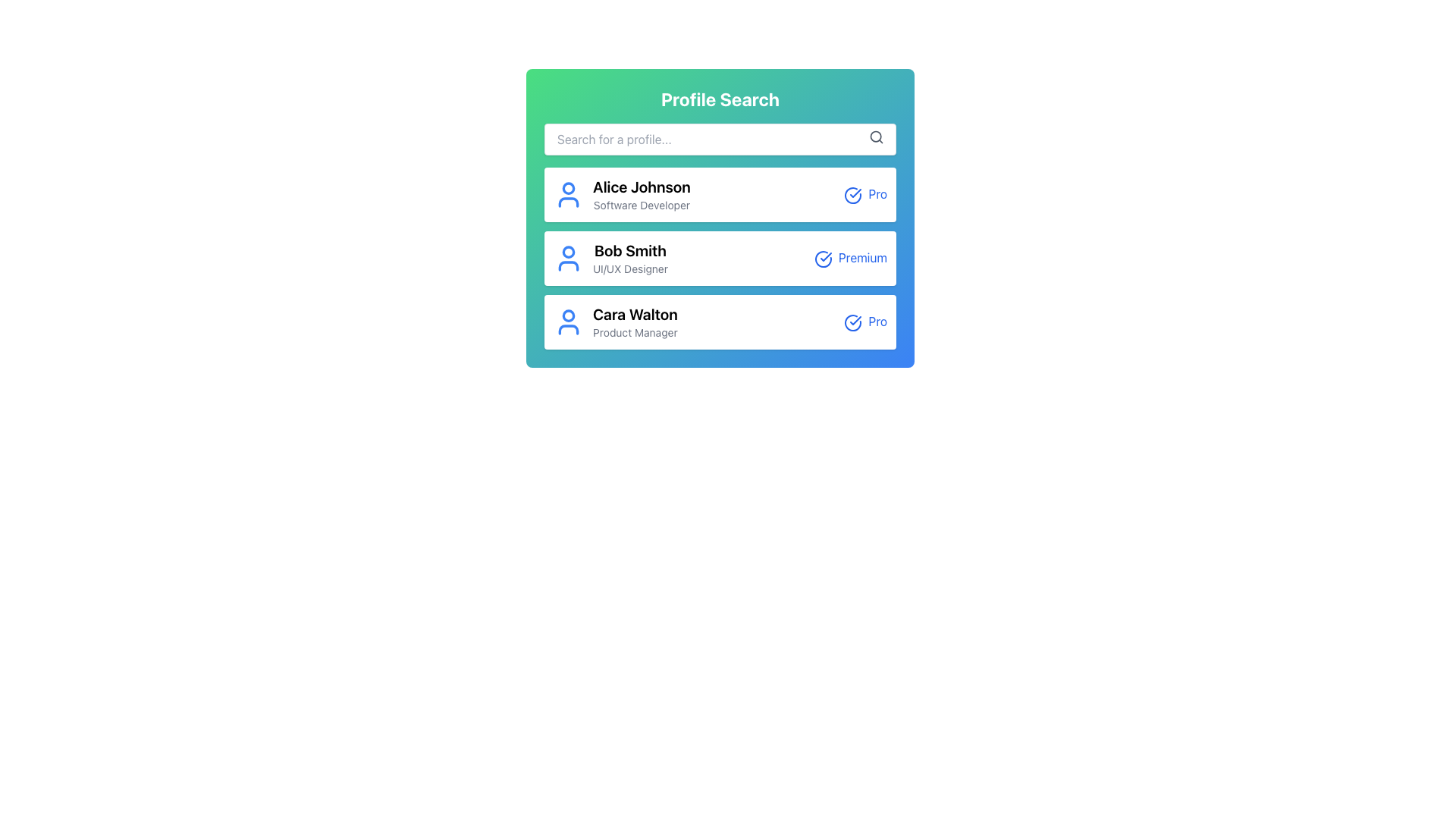 This screenshot has height=819, width=1456. I want to click on the Circle SVG element that represents the head in a user icon, which is centrally positioned within the user profile graphic, so click(567, 187).